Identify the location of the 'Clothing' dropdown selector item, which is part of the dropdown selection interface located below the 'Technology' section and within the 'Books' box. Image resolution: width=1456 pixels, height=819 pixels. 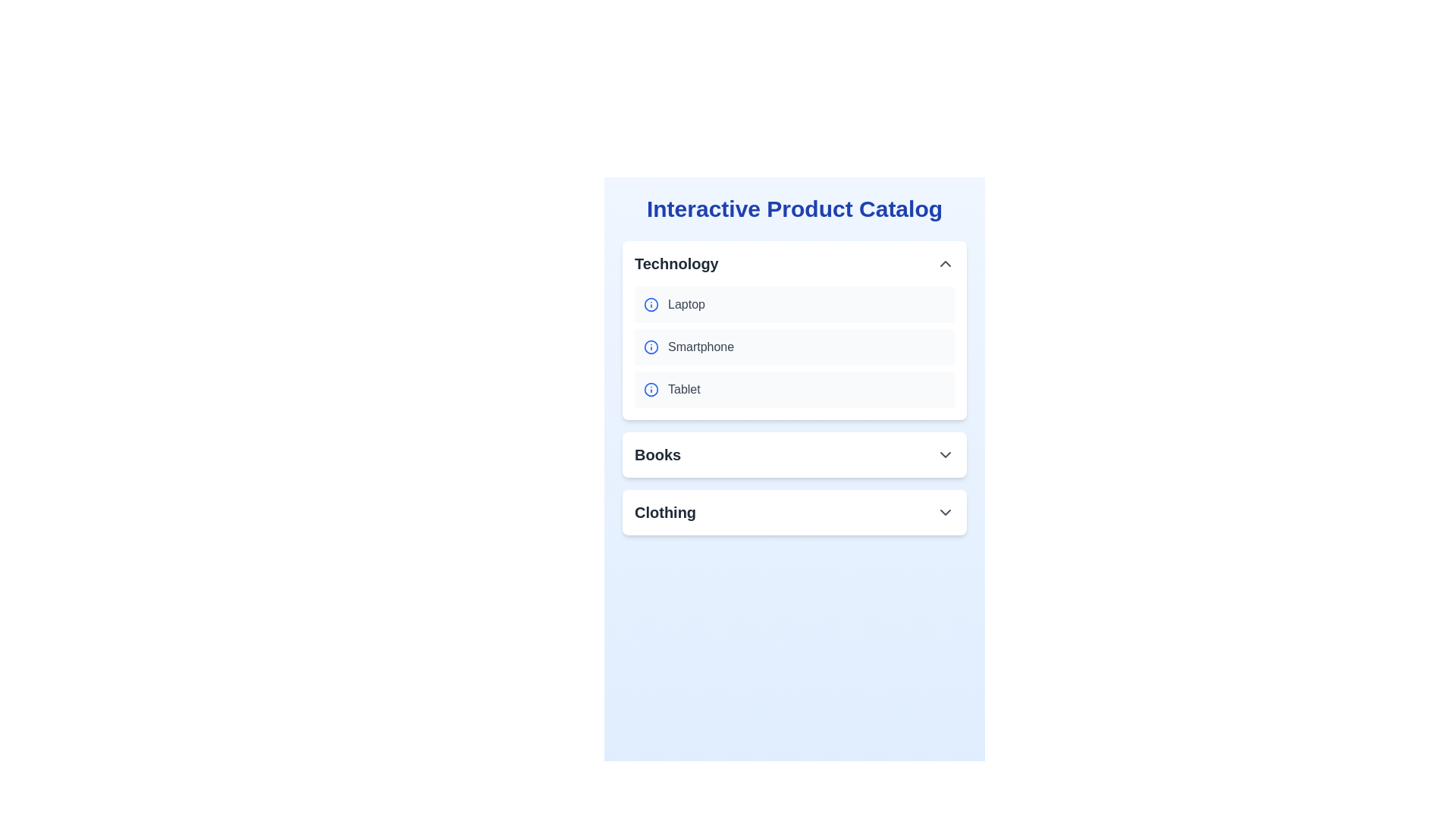
(793, 512).